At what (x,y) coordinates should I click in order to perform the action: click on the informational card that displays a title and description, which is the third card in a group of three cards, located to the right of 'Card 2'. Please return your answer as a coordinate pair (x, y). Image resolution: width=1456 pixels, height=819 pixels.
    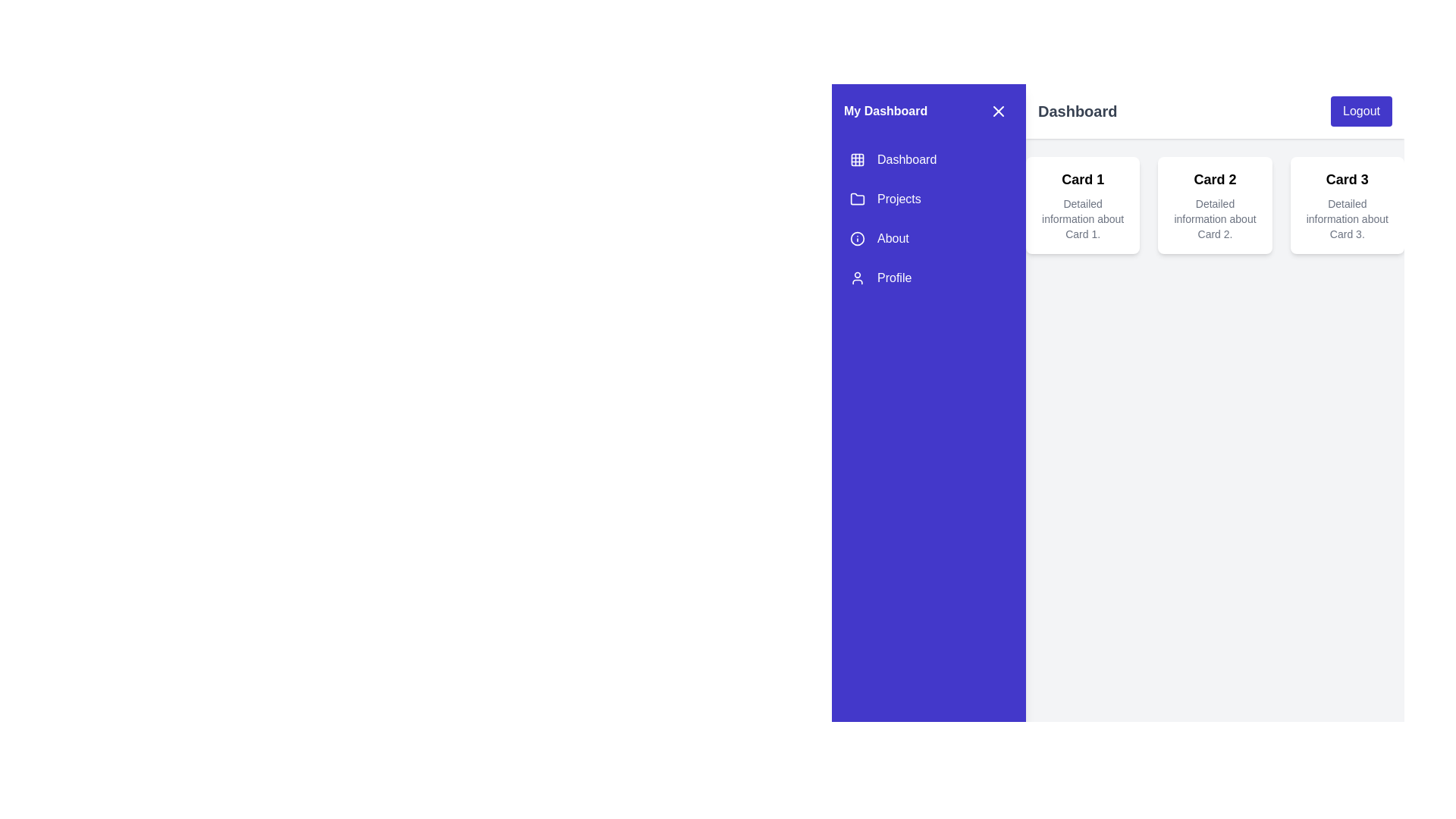
    Looking at the image, I should click on (1347, 205).